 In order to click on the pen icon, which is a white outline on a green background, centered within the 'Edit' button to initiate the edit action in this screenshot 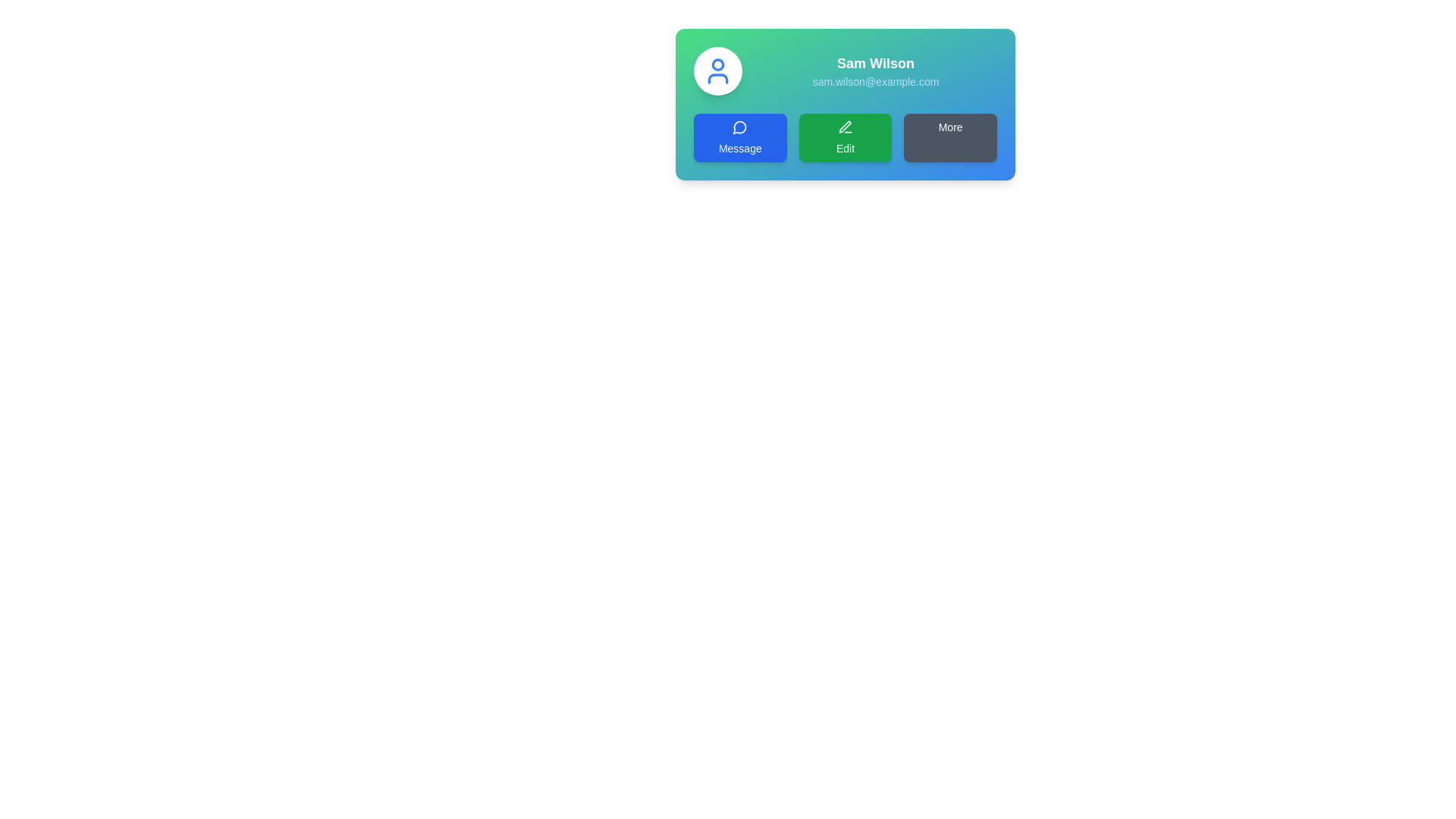, I will do `click(844, 127)`.